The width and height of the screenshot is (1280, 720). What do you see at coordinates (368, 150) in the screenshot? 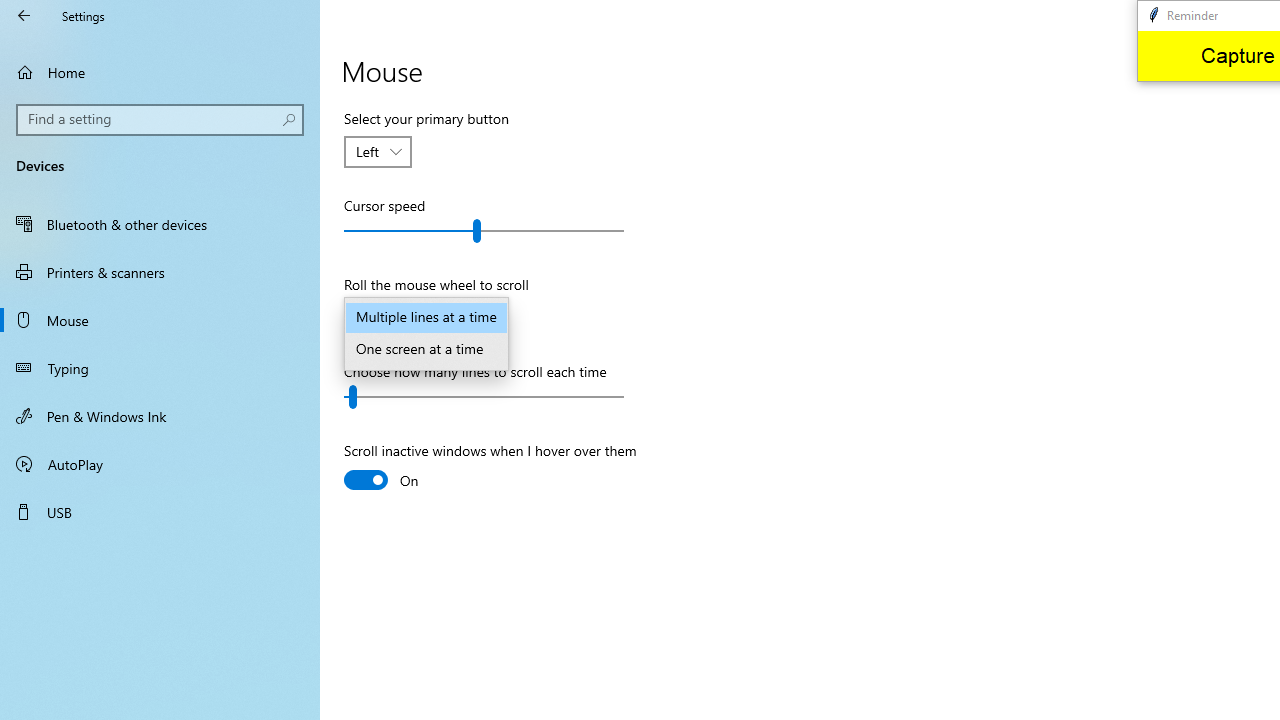
I see `'Left'` at bounding box center [368, 150].